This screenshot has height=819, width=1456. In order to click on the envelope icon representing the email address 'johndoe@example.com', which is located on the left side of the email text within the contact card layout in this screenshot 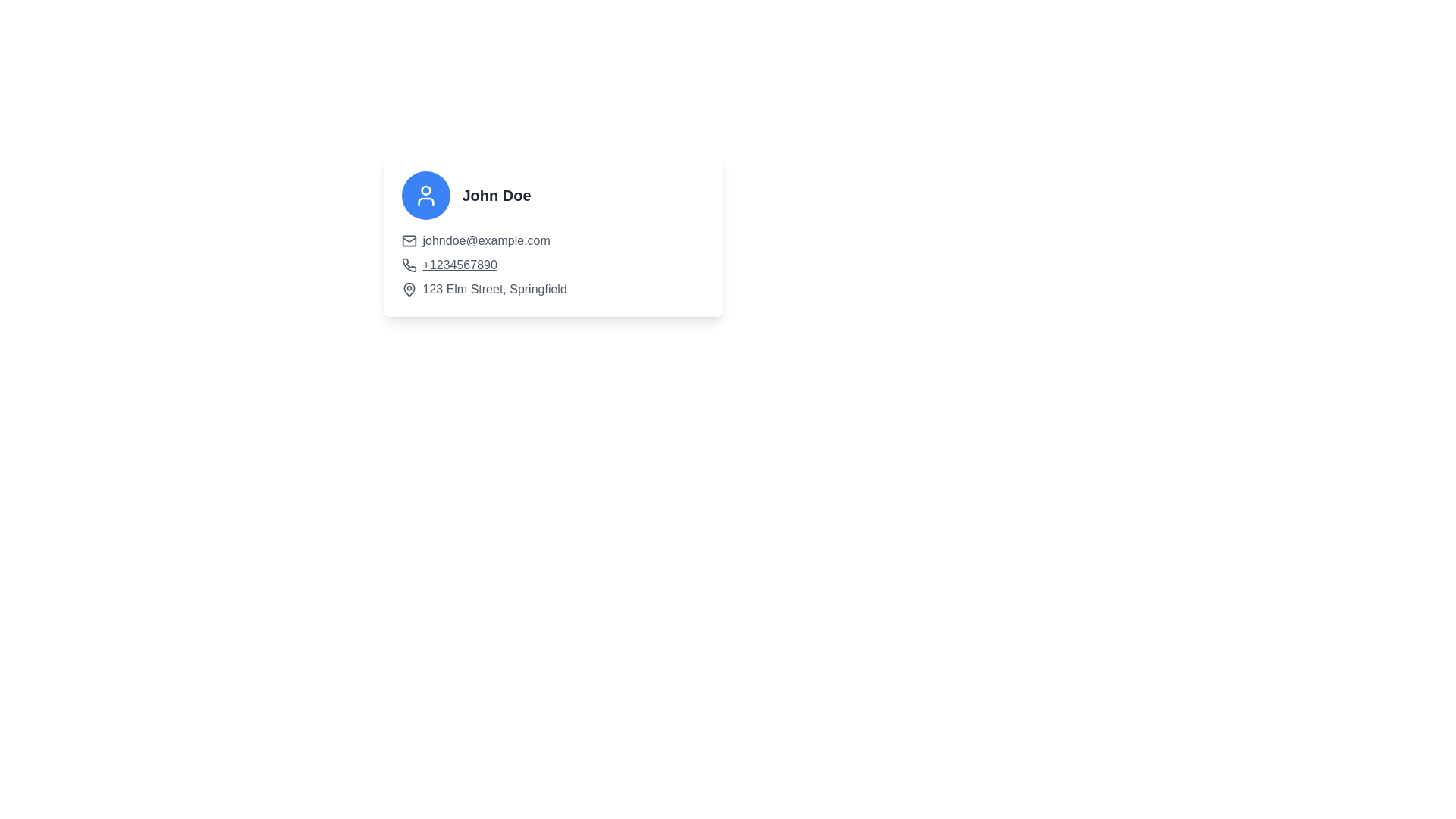, I will do `click(409, 240)`.